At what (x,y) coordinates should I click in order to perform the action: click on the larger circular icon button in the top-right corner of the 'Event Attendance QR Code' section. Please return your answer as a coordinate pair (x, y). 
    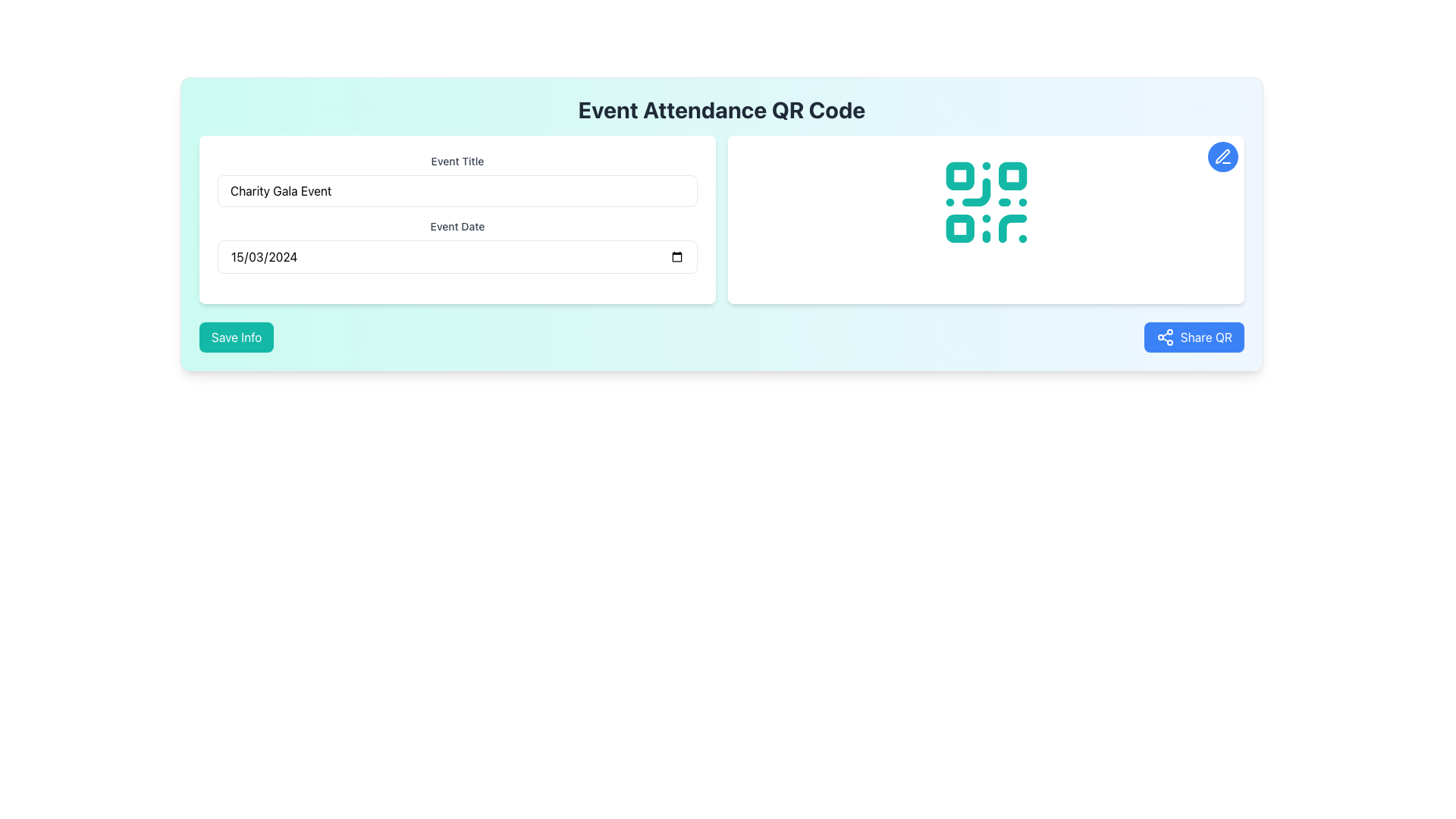
    Looking at the image, I should click on (1222, 156).